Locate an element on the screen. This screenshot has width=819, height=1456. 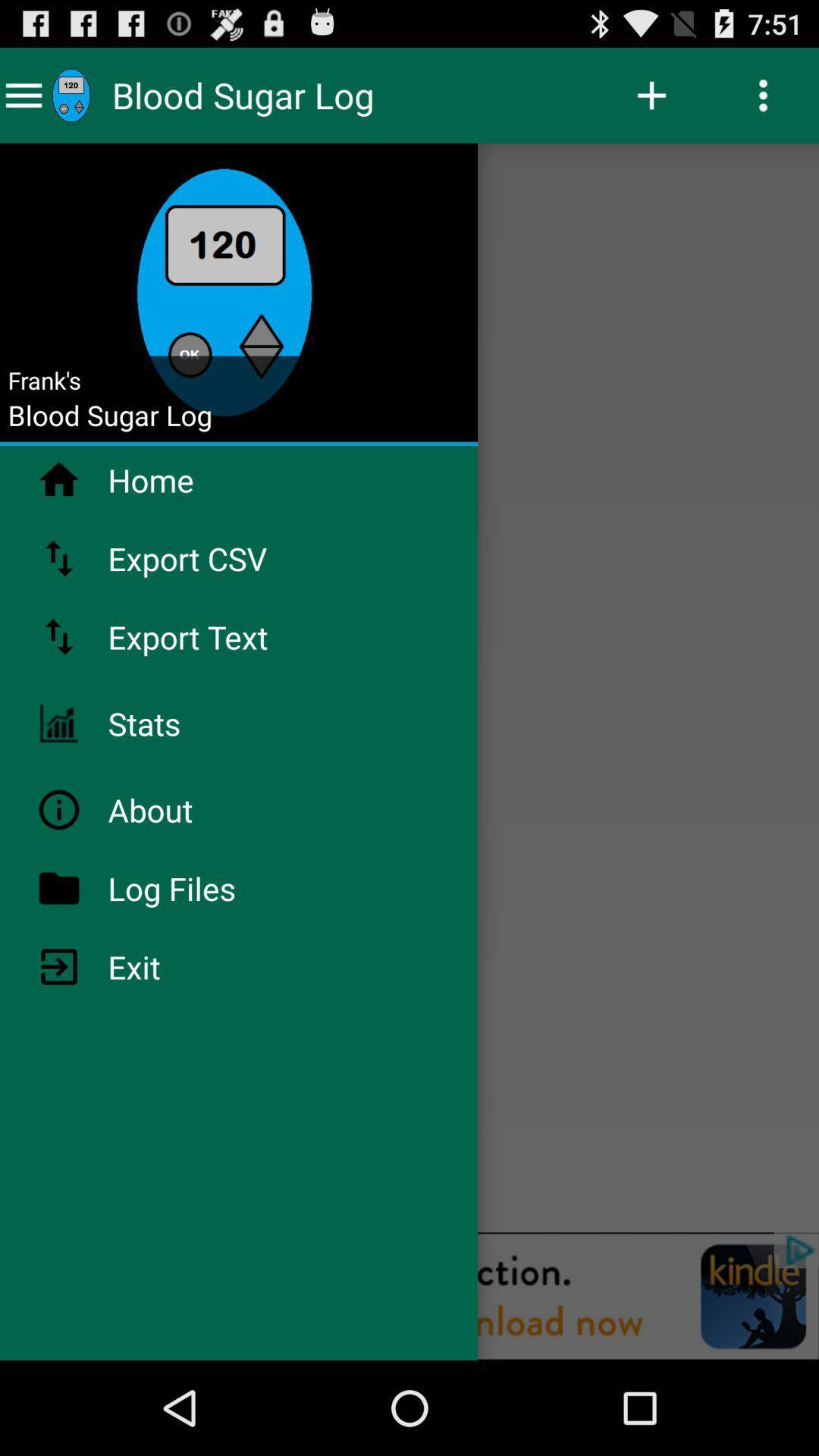
the item above log files app is located at coordinates (189, 809).